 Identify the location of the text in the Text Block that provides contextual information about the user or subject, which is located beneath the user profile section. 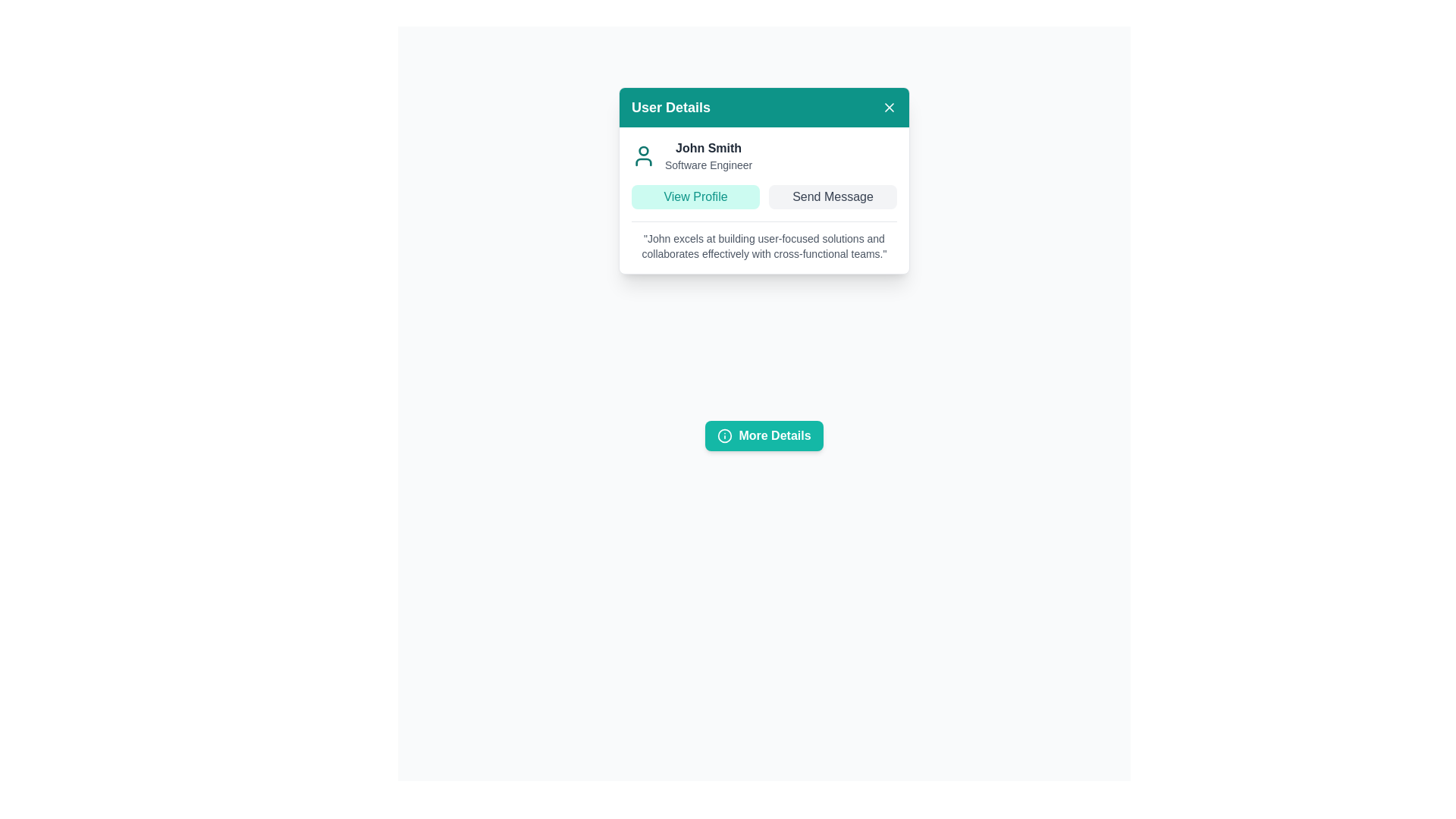
(764, 245).